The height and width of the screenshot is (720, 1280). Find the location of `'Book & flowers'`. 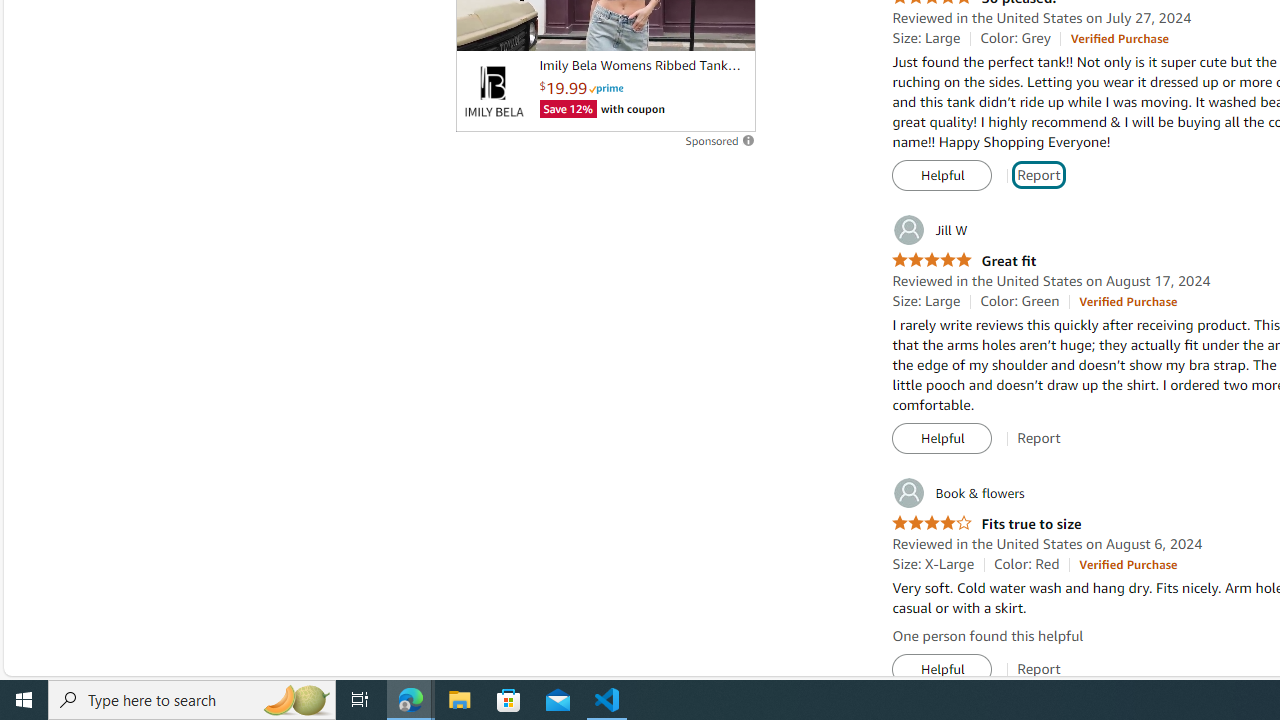

'Book & flowers' is located at coordinates (957, 493).